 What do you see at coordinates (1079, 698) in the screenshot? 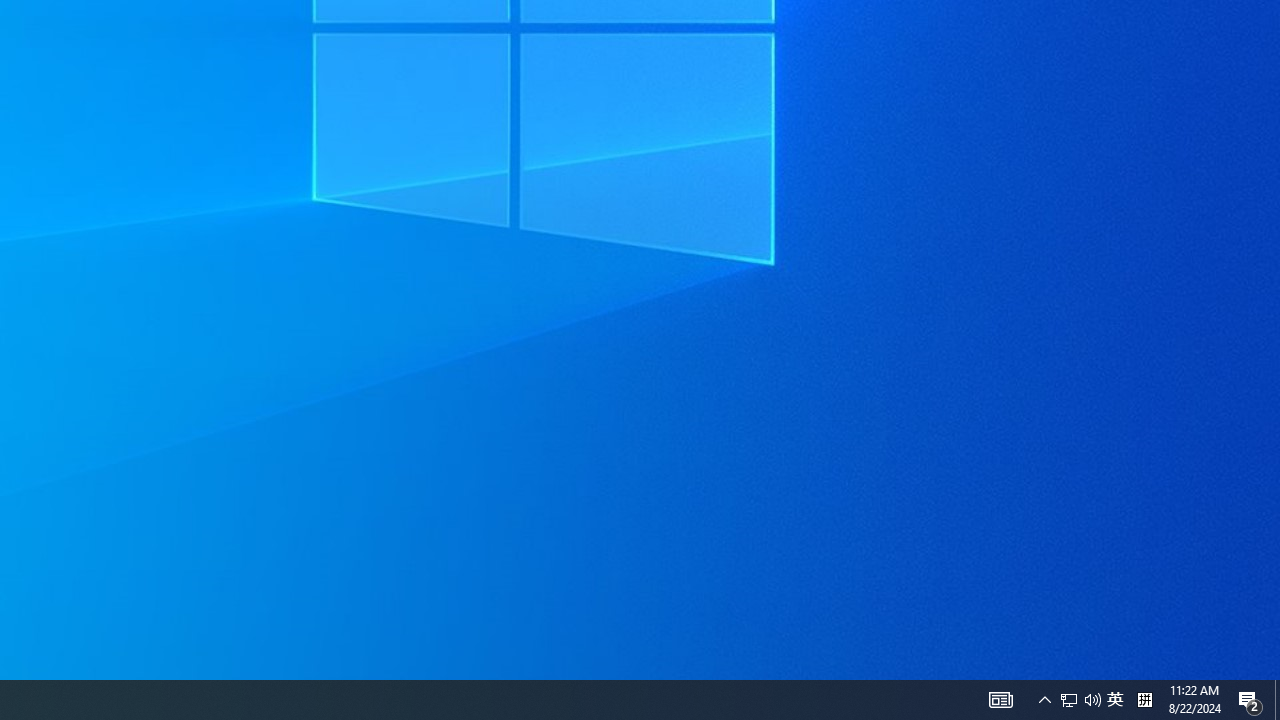
I see `'User Promoted Notification Area'` at bounding box center [1079, 698].